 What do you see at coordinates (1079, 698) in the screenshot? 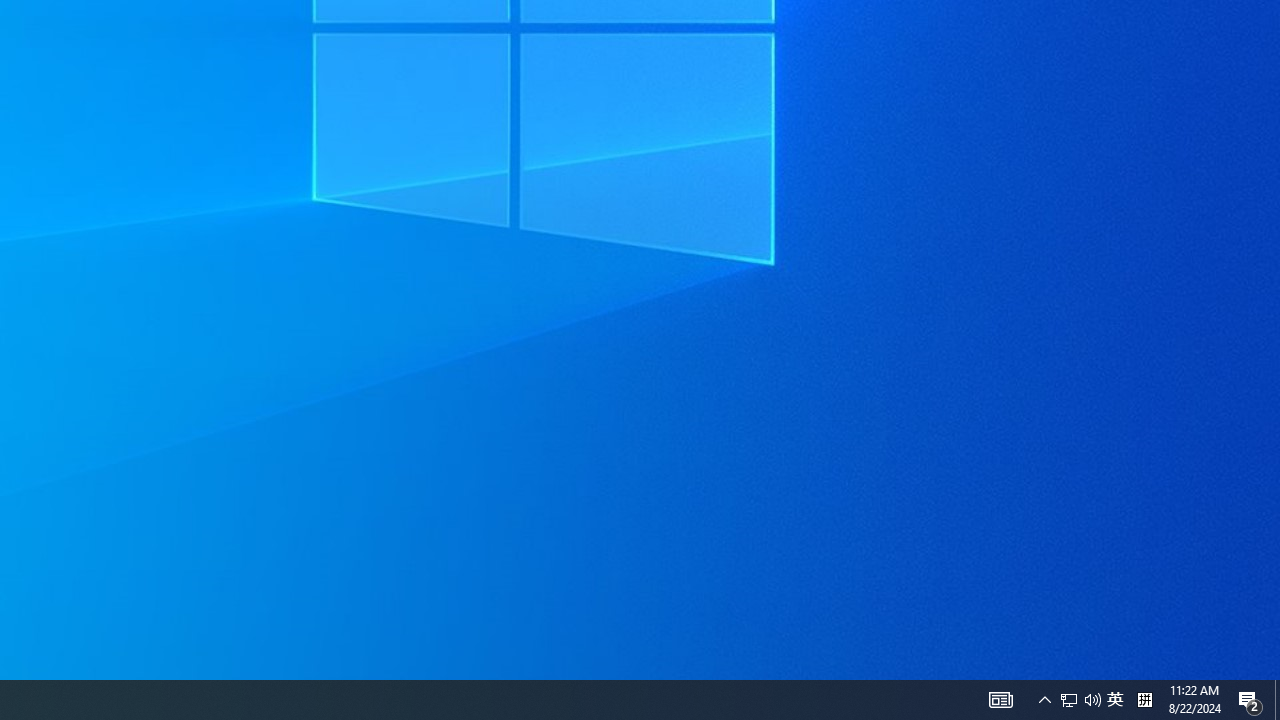
I see `'User Promoted Notification Area'` at bounding box center [1079, 698].